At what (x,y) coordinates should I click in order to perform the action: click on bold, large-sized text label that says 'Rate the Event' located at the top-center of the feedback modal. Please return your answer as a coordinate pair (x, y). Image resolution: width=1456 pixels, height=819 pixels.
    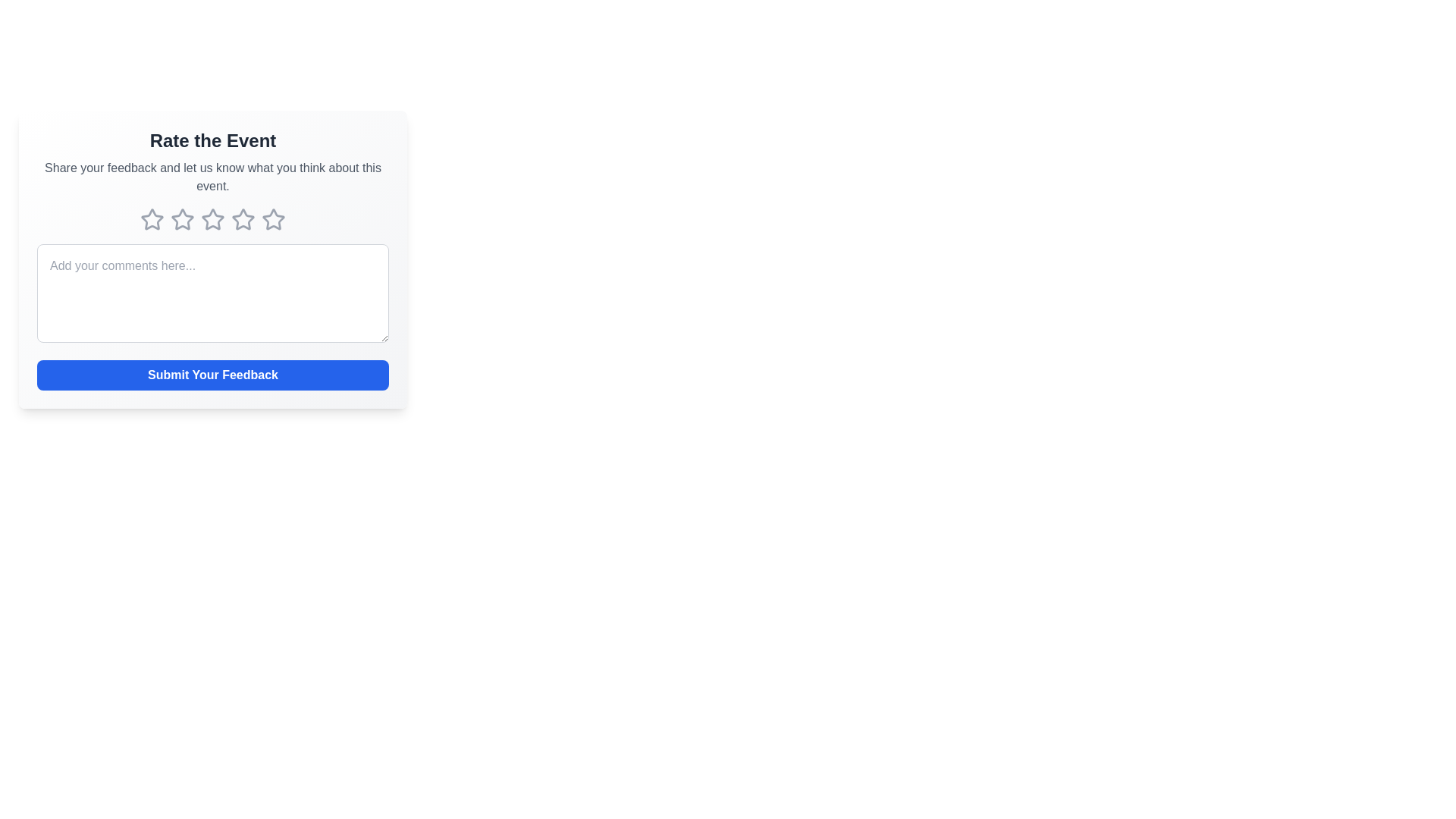
    Looking at the image, I should click on (212, 140).